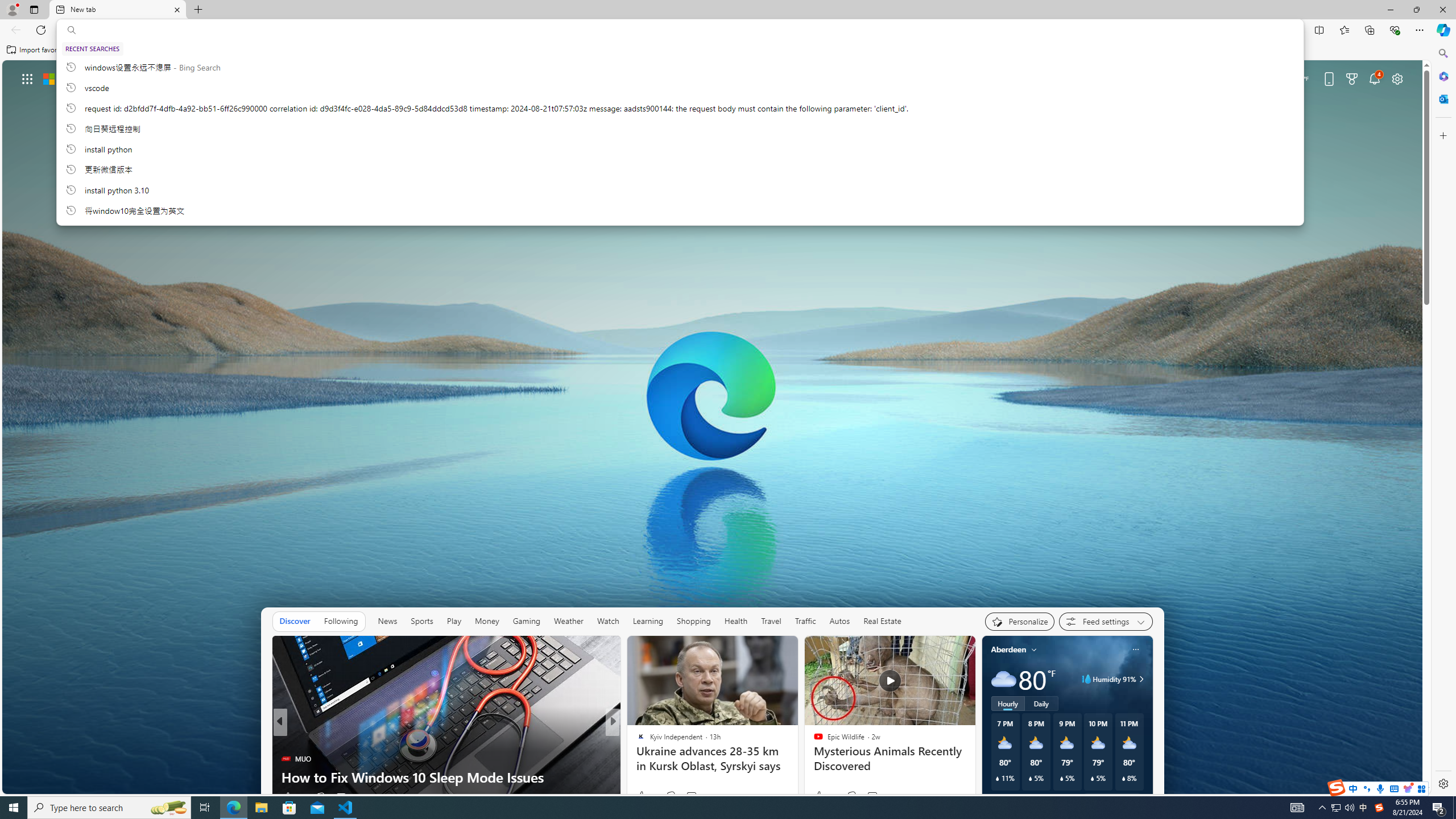  Describe the element at coordinates (839, 621) in the screenshot. I see `'Autos'` at that location.